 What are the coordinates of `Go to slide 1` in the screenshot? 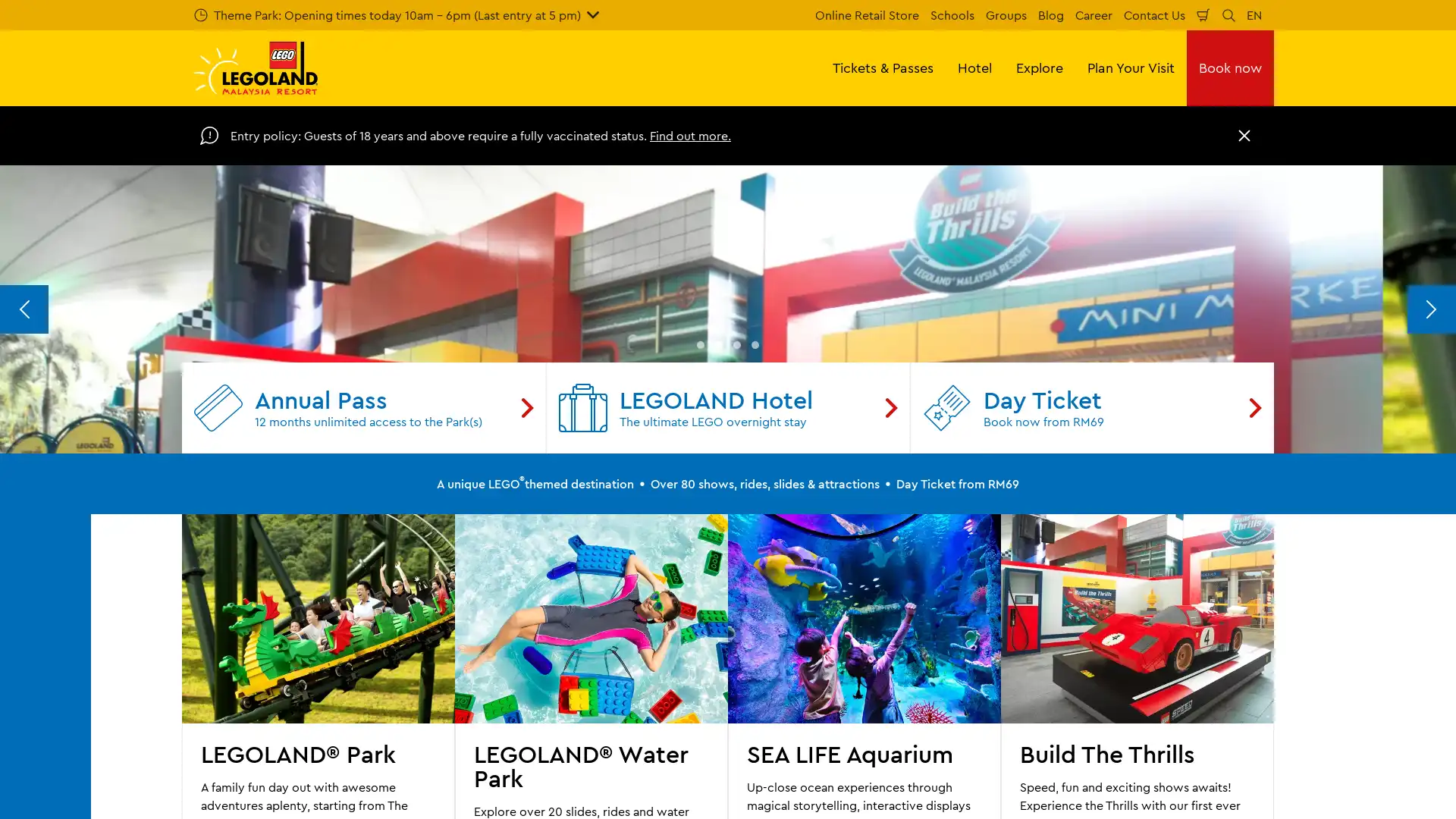 It's located at (699, 646).